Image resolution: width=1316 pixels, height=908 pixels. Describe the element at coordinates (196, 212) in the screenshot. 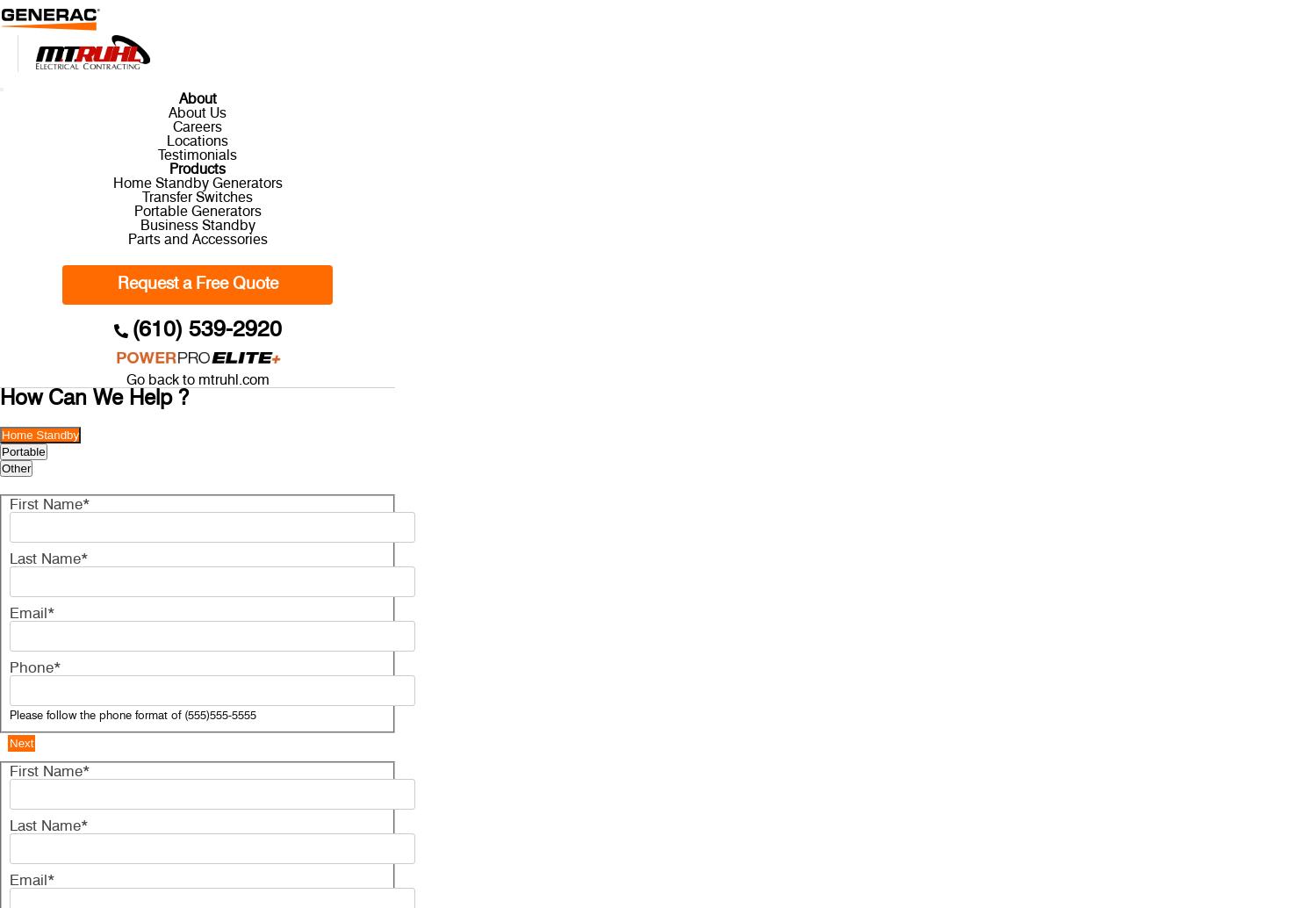

I see `'Portable Generators'` at that location.